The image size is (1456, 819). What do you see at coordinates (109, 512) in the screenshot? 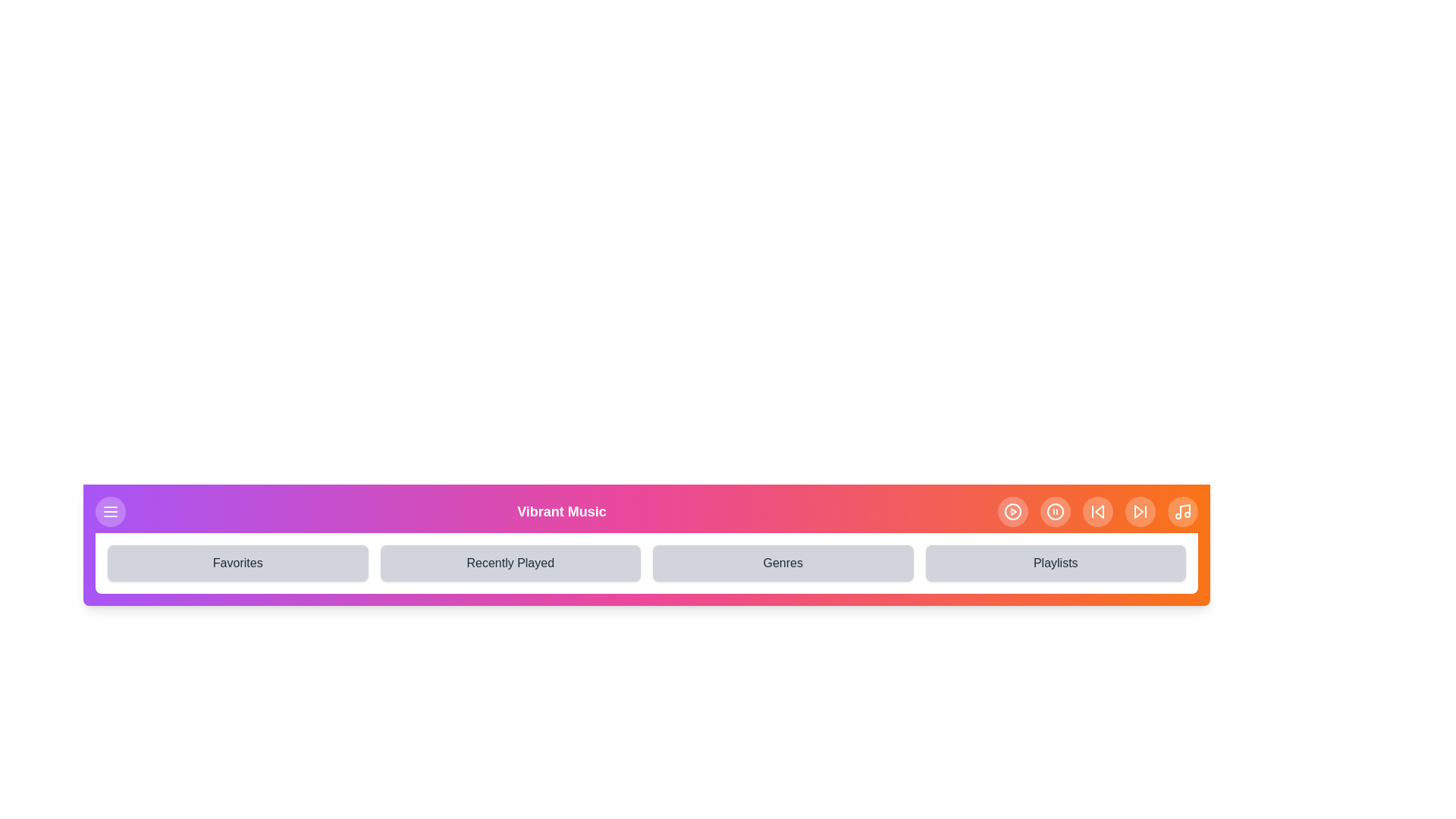
I see `menu toggle button to toggle the menu visibility` at bounding box center [109, 512].